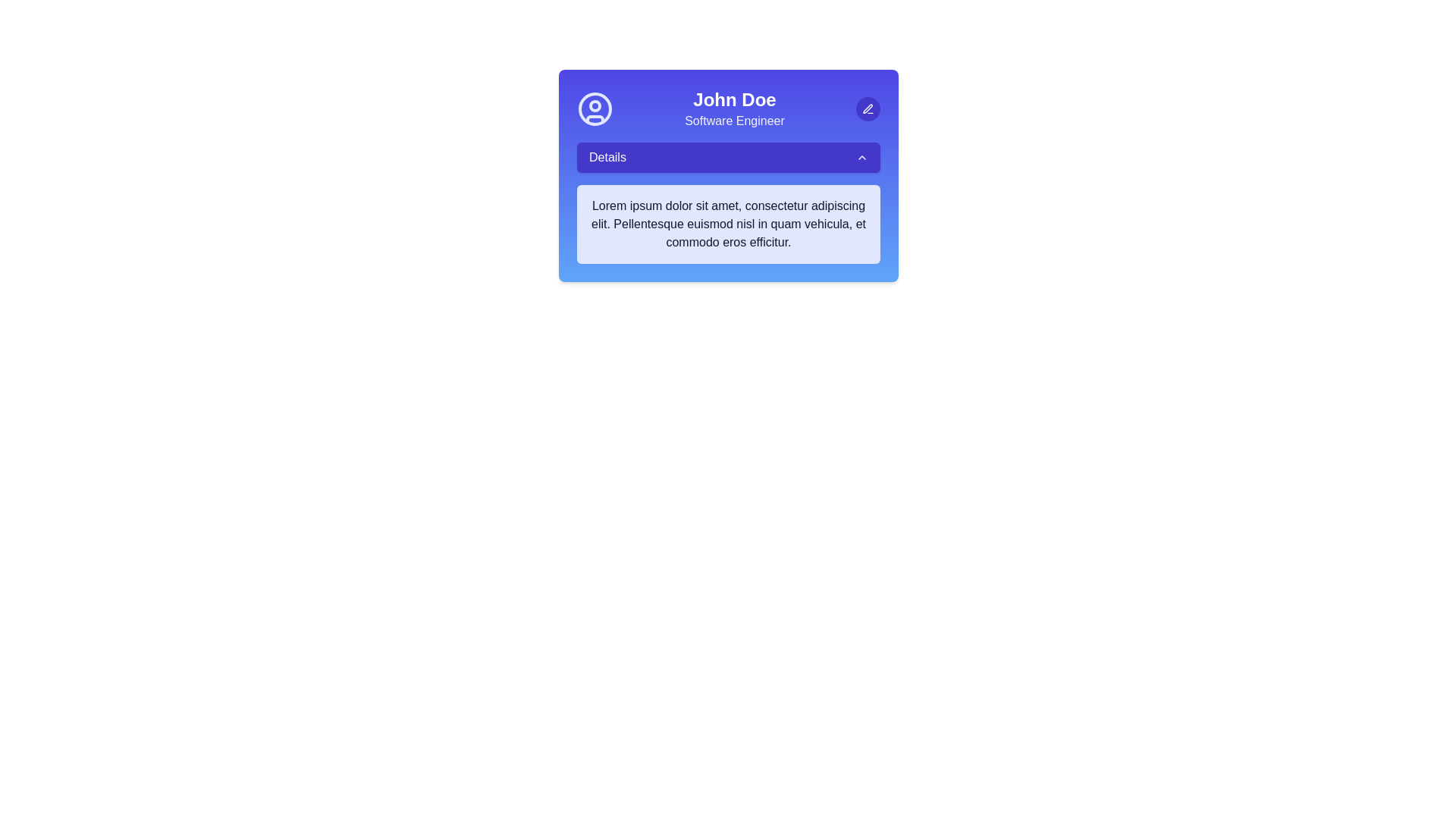 This screenshot has width=1456, height=819. Describe the element at coordinates (595, 108) in the screenshot. I see `the user avatar or profile icon located at the top-left corner of the rectangular card layout containing 'John Doe' and 'Software Engineer'` at that location.